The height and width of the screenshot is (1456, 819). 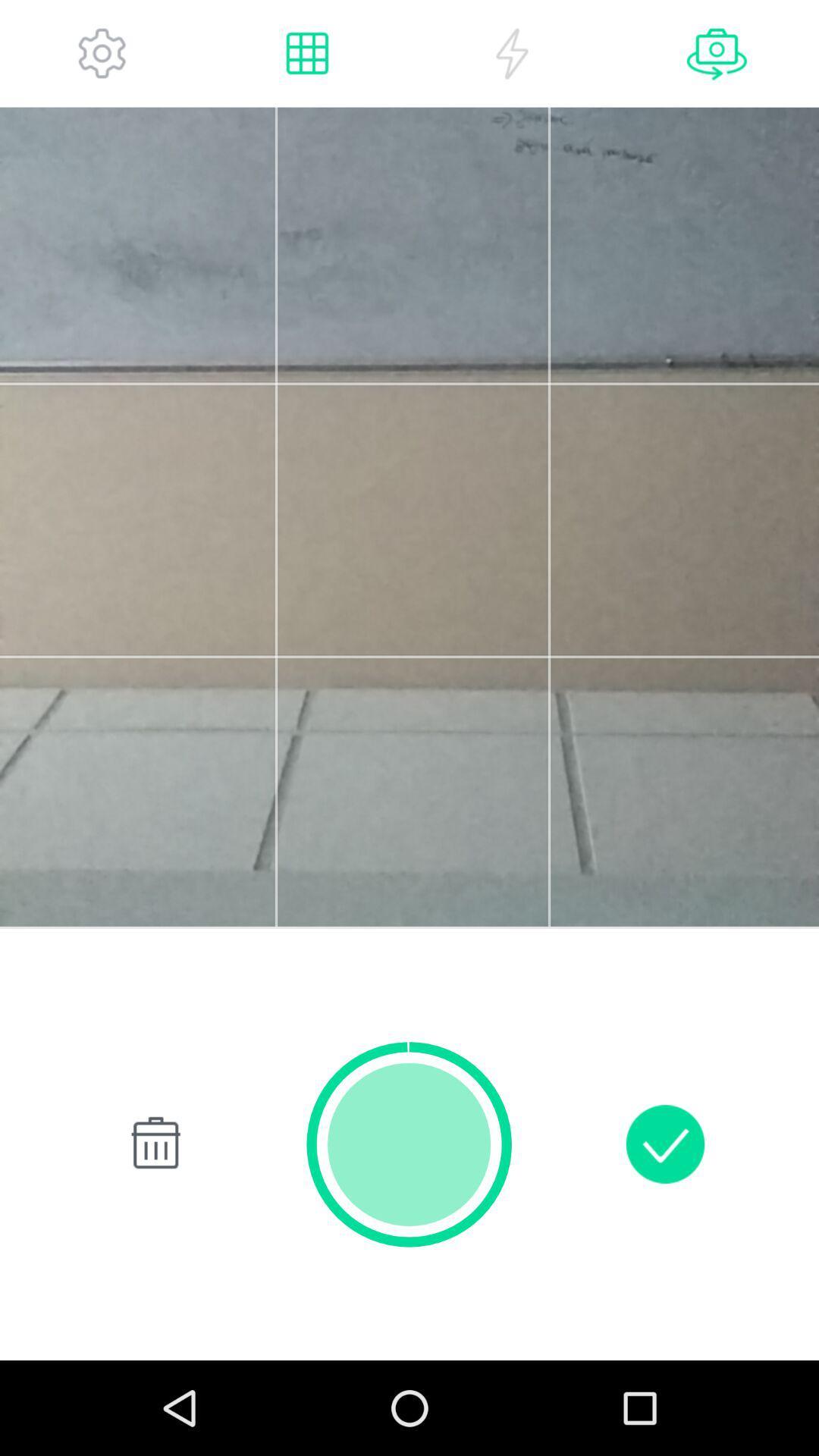 I want to click on to show grid, so click(x=307, y=53).